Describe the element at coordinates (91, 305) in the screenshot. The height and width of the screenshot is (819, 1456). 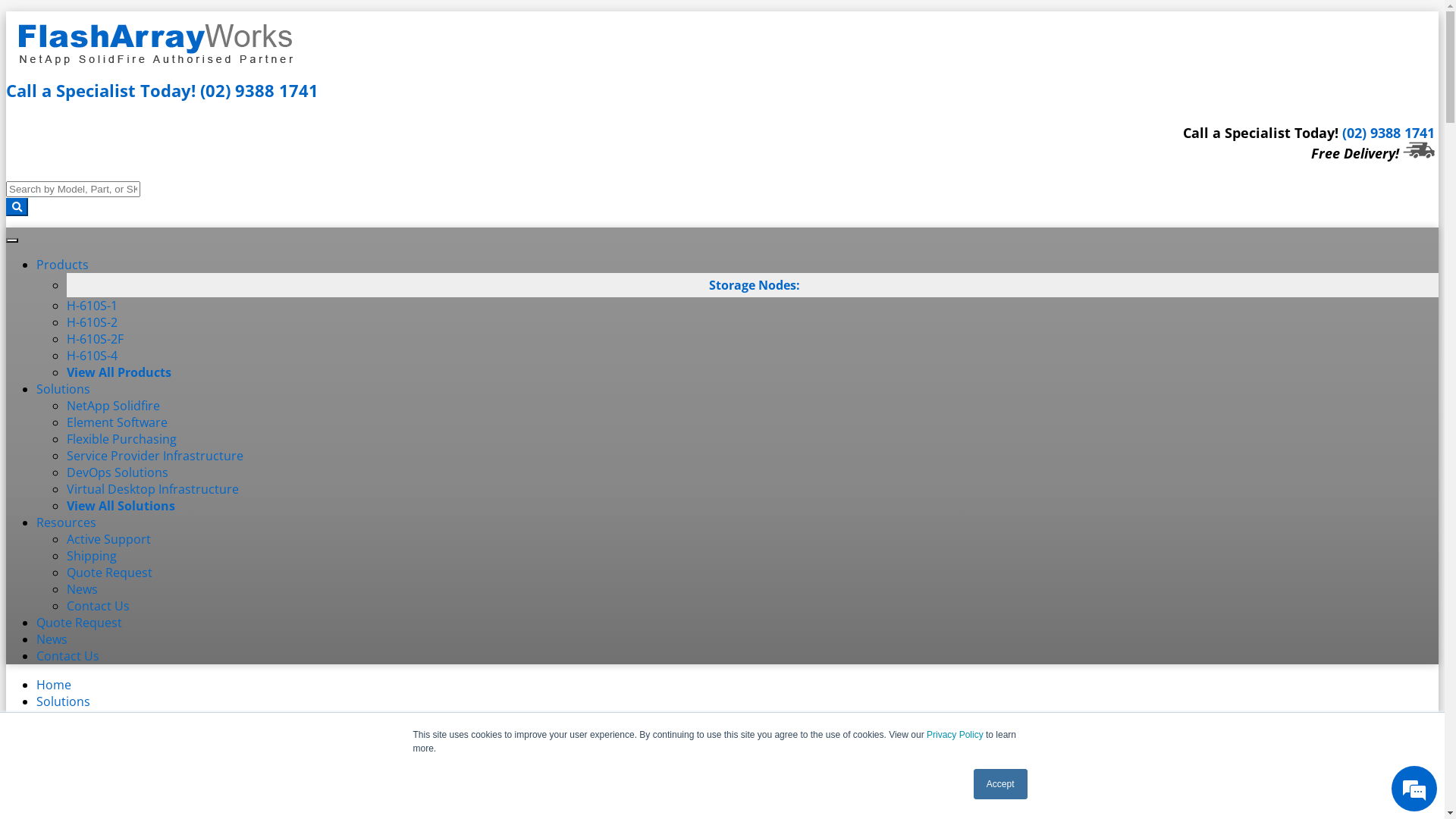
I see `'H-610S-1'` at that location.